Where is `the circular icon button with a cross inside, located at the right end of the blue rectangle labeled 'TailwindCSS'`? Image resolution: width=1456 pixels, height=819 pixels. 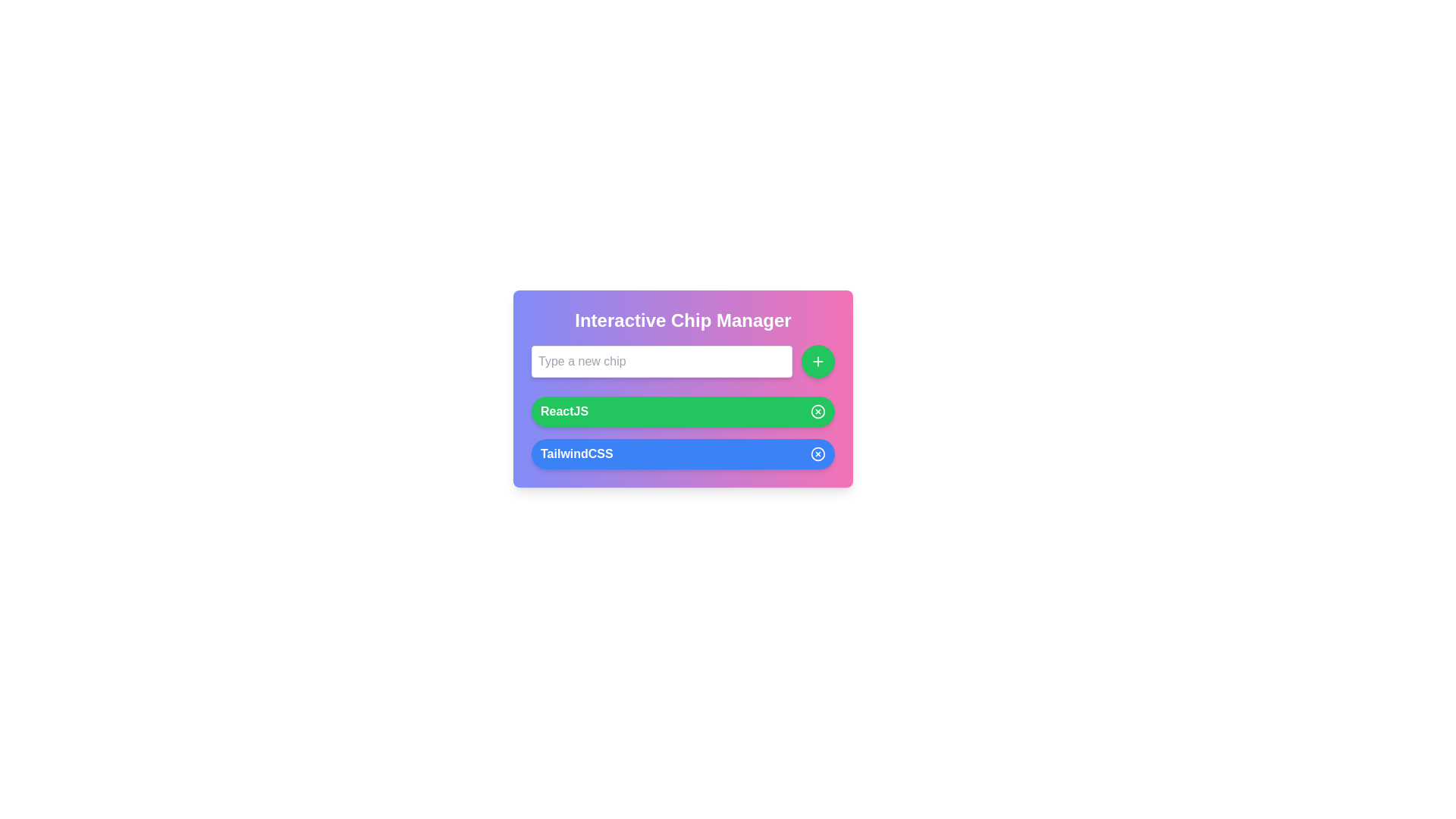
the circular icon button with a cross inside, located at the right end of the blue rectangle labeled 'TailwindCSS' is located at coordinates (817, 453).